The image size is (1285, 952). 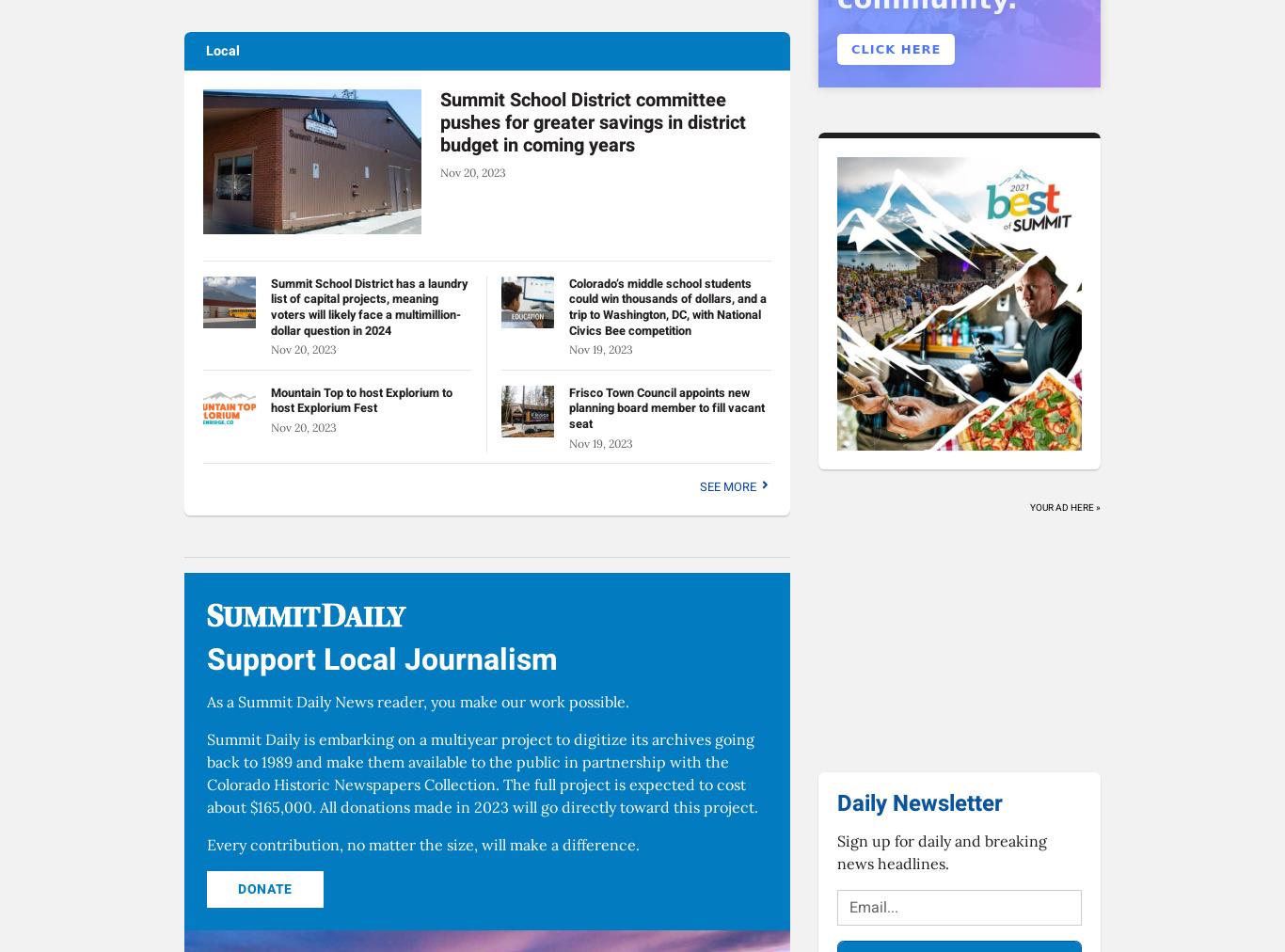 What do you see at coordinates (920, 802) in the screenshot?
I see `'Daily Newsletter'` at bounding box center [920, 802].